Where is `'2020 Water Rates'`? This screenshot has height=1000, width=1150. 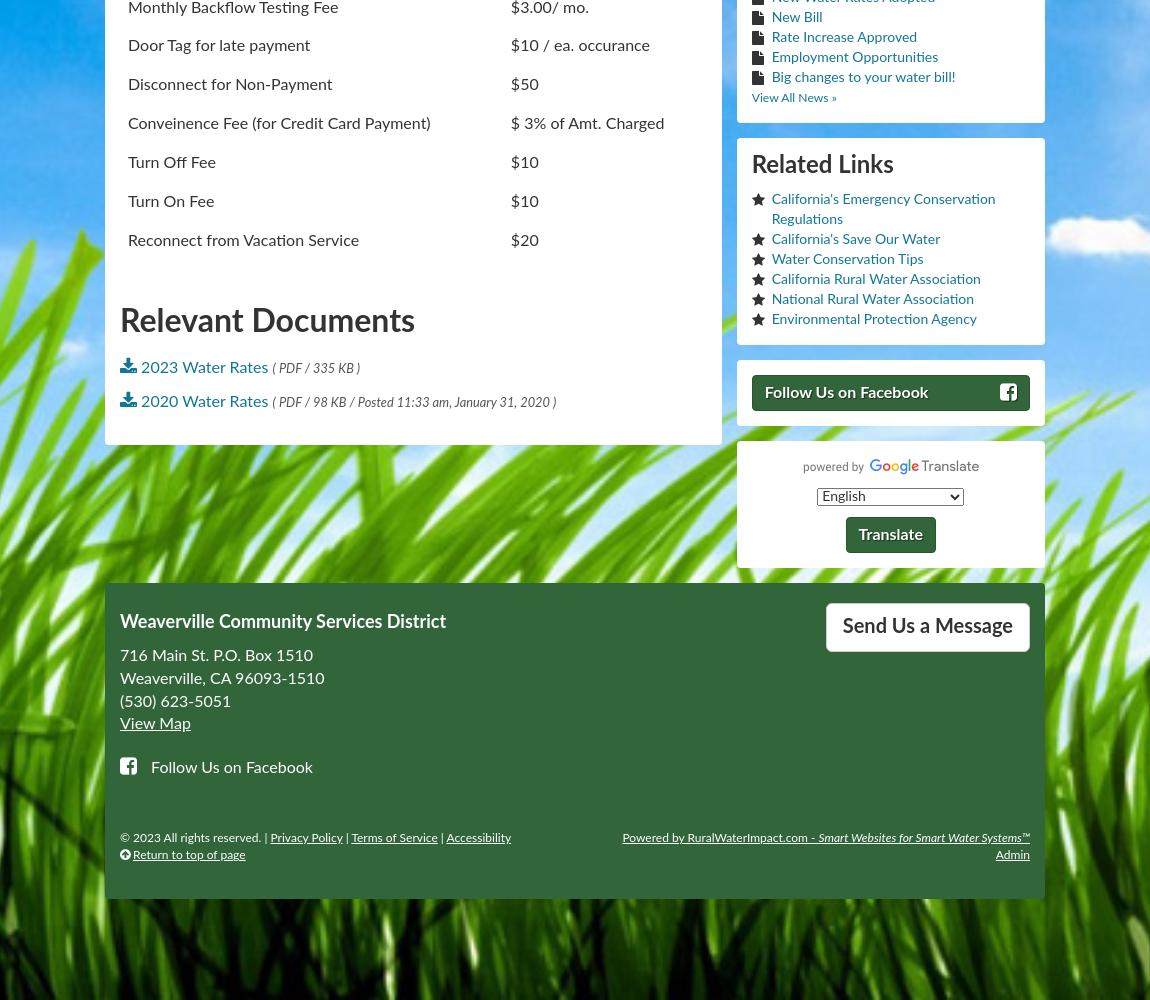
'2020 Water Rates' is located at coordinates (203, 402).